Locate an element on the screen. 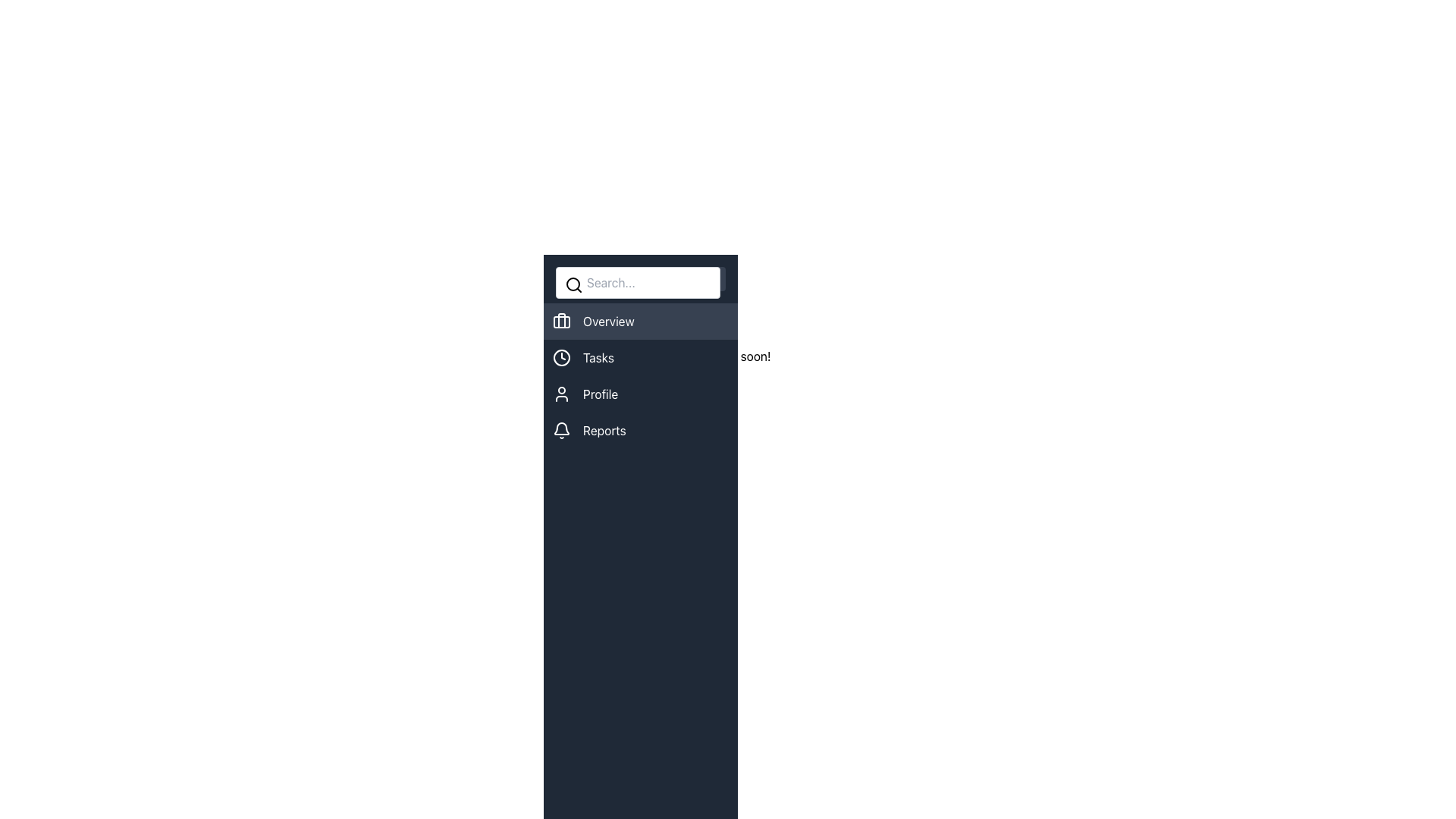 Image resolution: width=1456 pixels, height=819 pixels. the 'Overview' section title located at the top of the sidebar navigation panel, which indicates the content or purpose of the related section is located at coordinates (683, 322).